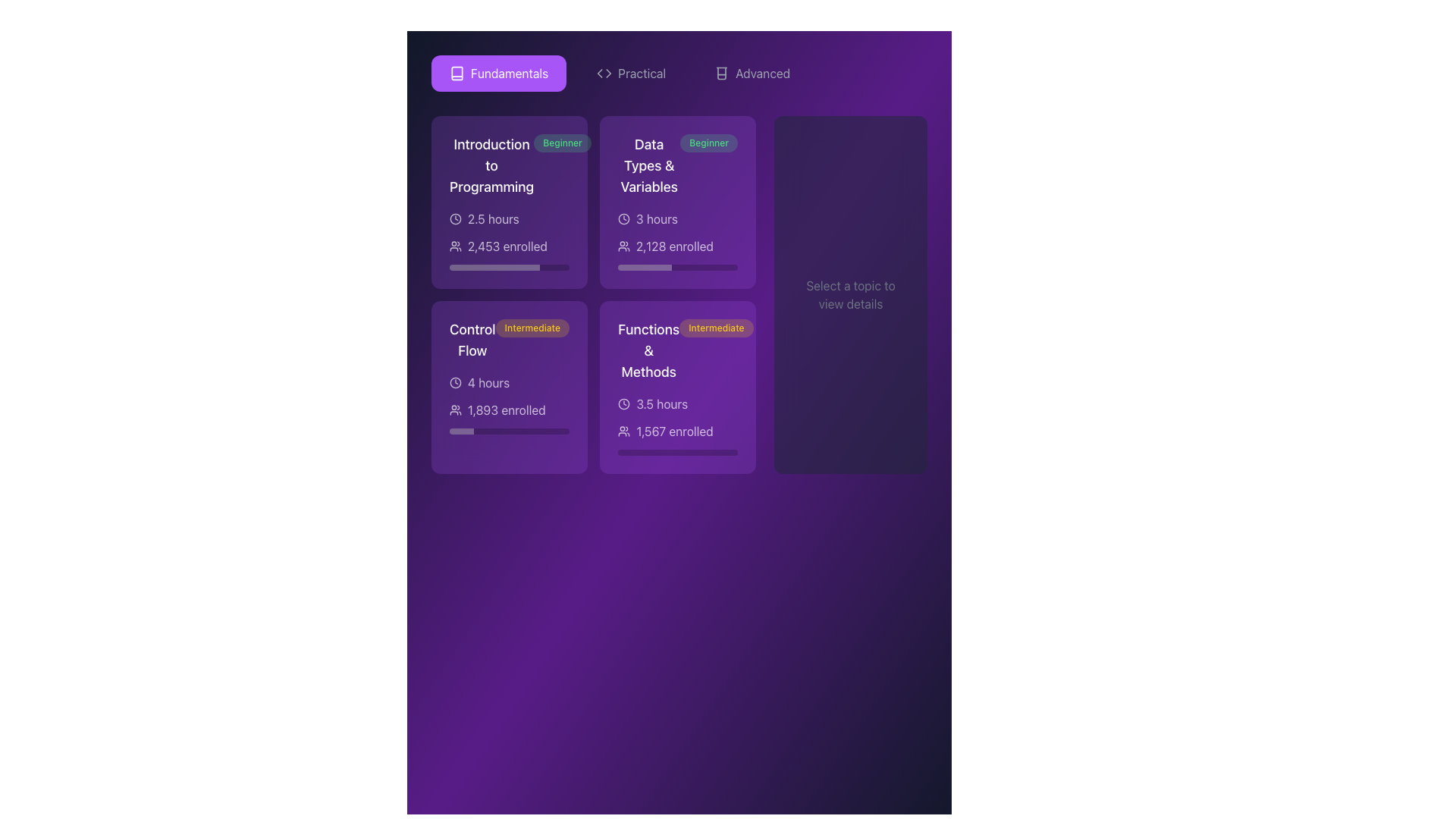  I want to click on the decorative icon that emphasizes the 'Advanced' text label located to the right of the 'Practical' button in the upper-right area of the interface, so click(721, 73).